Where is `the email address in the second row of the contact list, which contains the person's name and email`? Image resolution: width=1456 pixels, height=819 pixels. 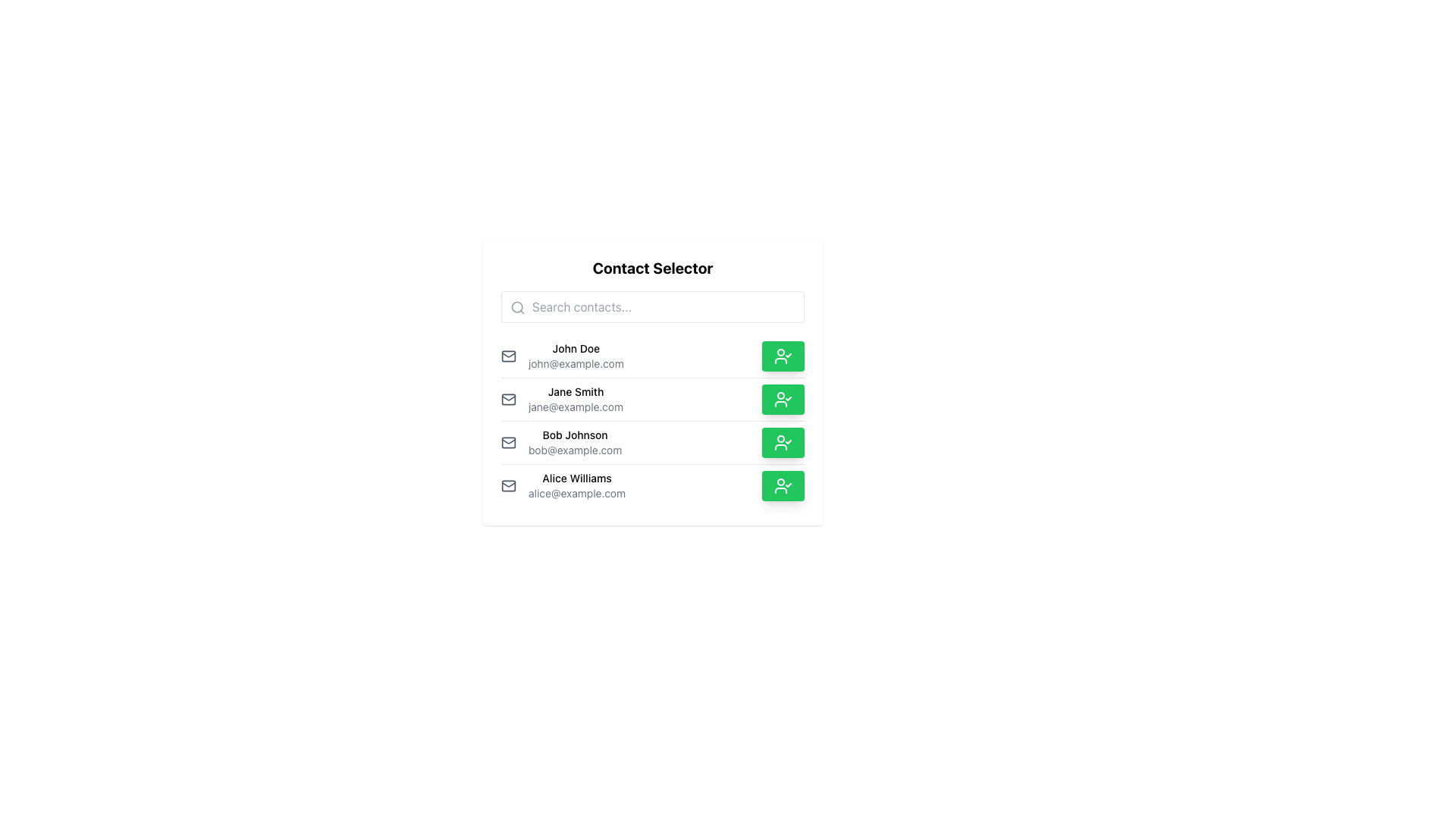 the email address in the second row of the contact list, which contains the person's name and email is located at coordinates (652, 397).